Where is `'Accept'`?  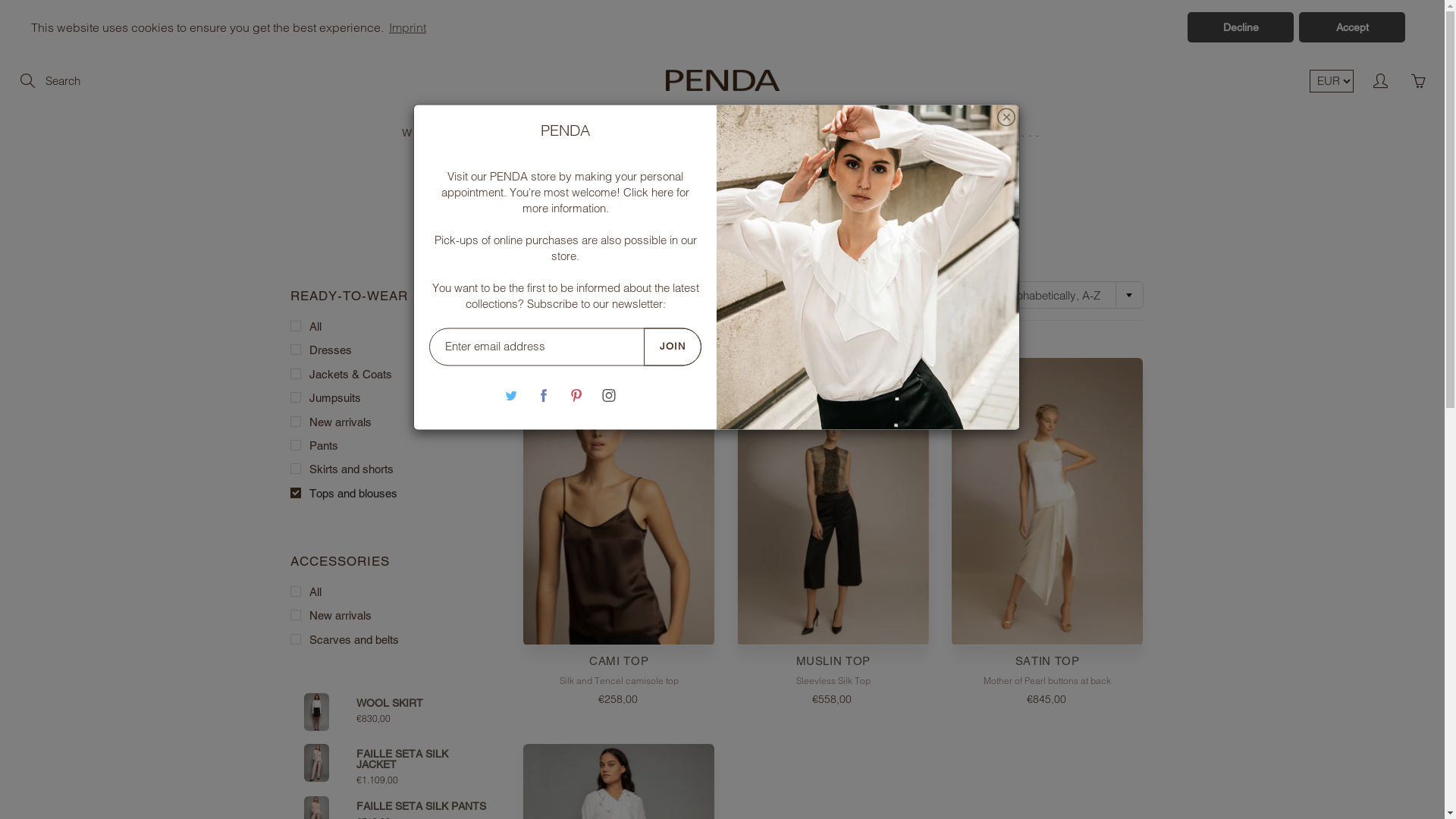 'Accept' is located at coordinates (1351, 27).